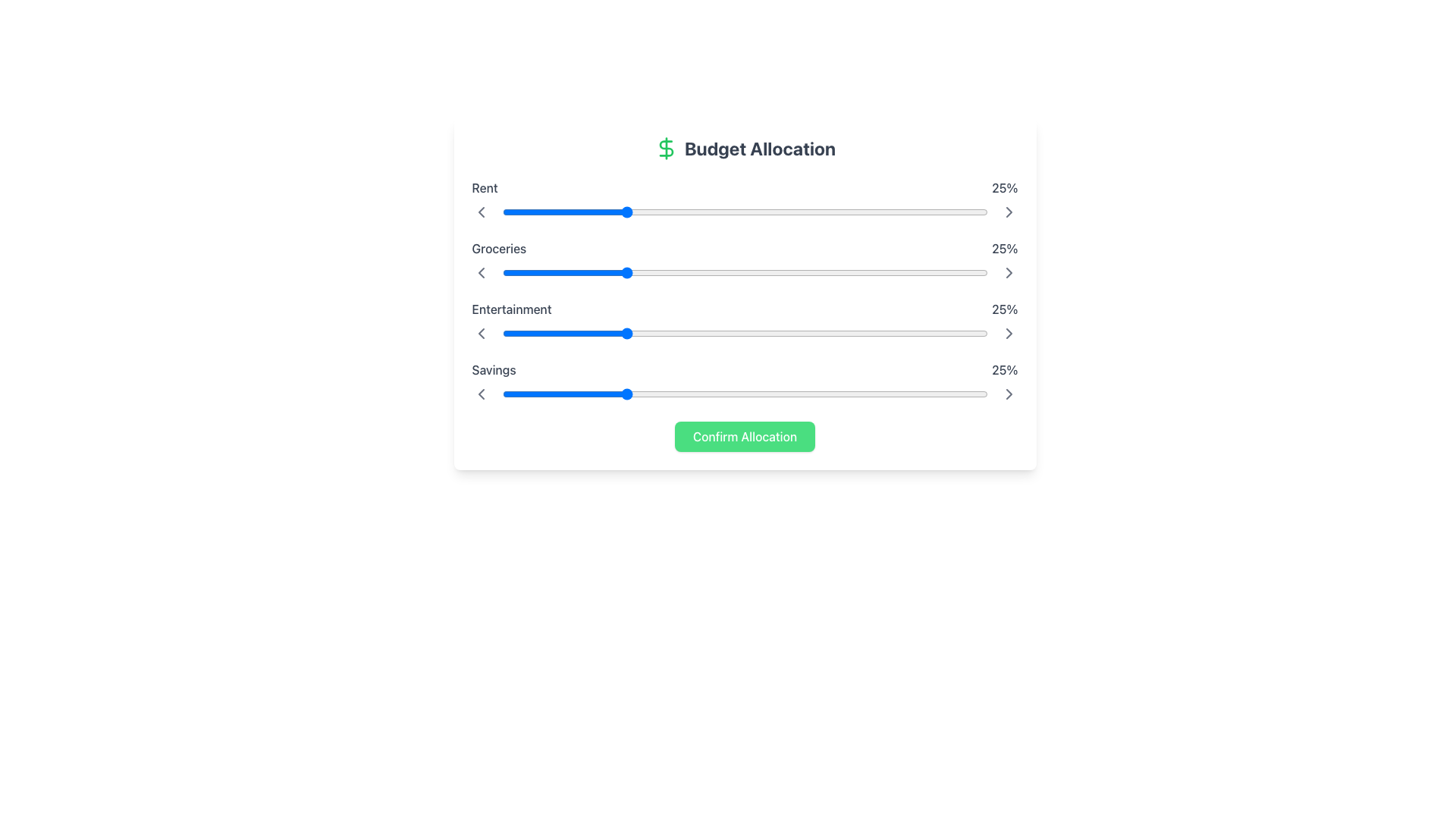  What do you see at coordinates (667, 332) in the screenshot?
I see `the slider for 'Entertainment'` at bounding box center [667, 332].